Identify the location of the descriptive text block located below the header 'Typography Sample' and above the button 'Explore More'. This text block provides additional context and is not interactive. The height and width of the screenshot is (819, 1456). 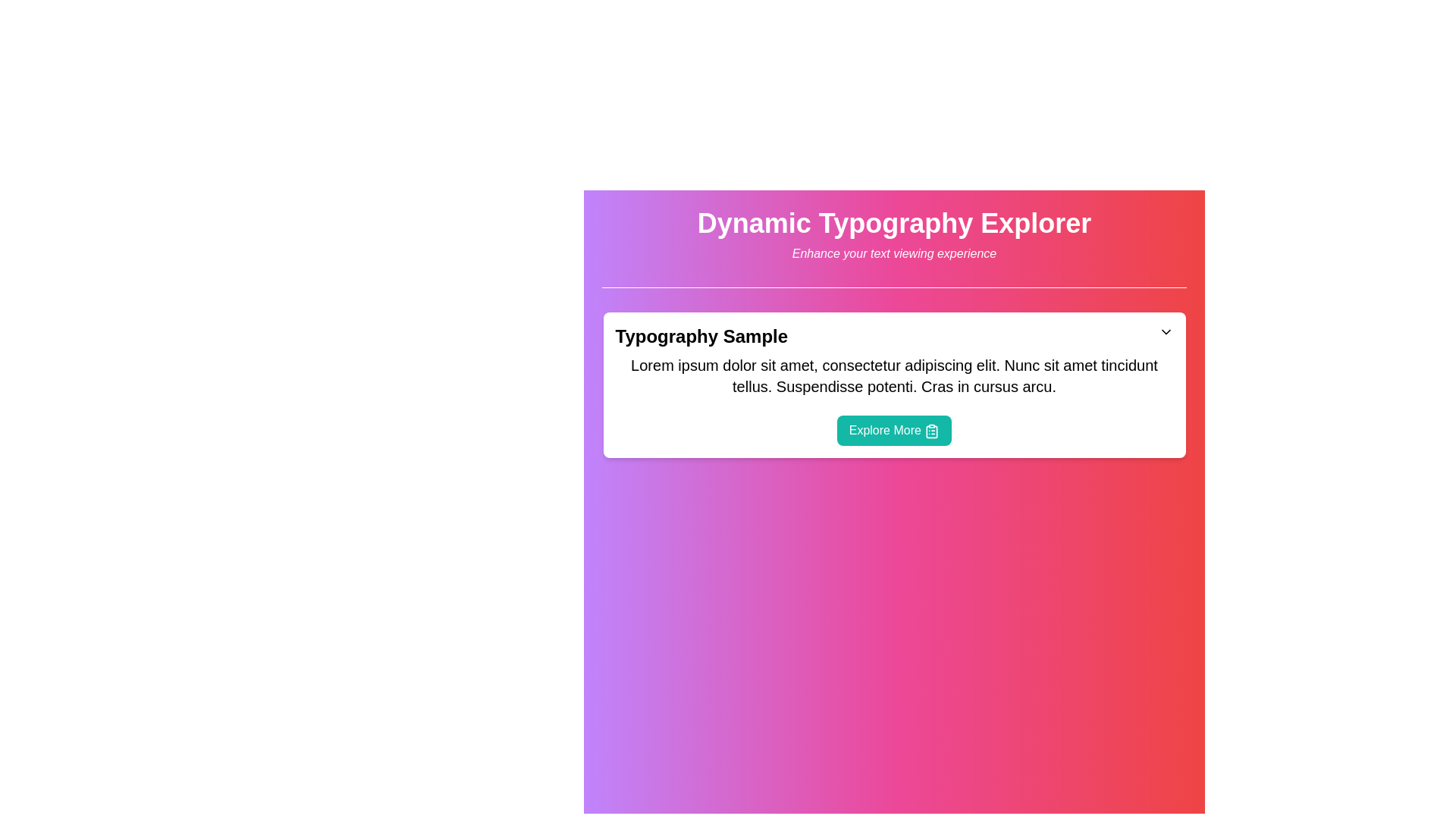
(894, 378).